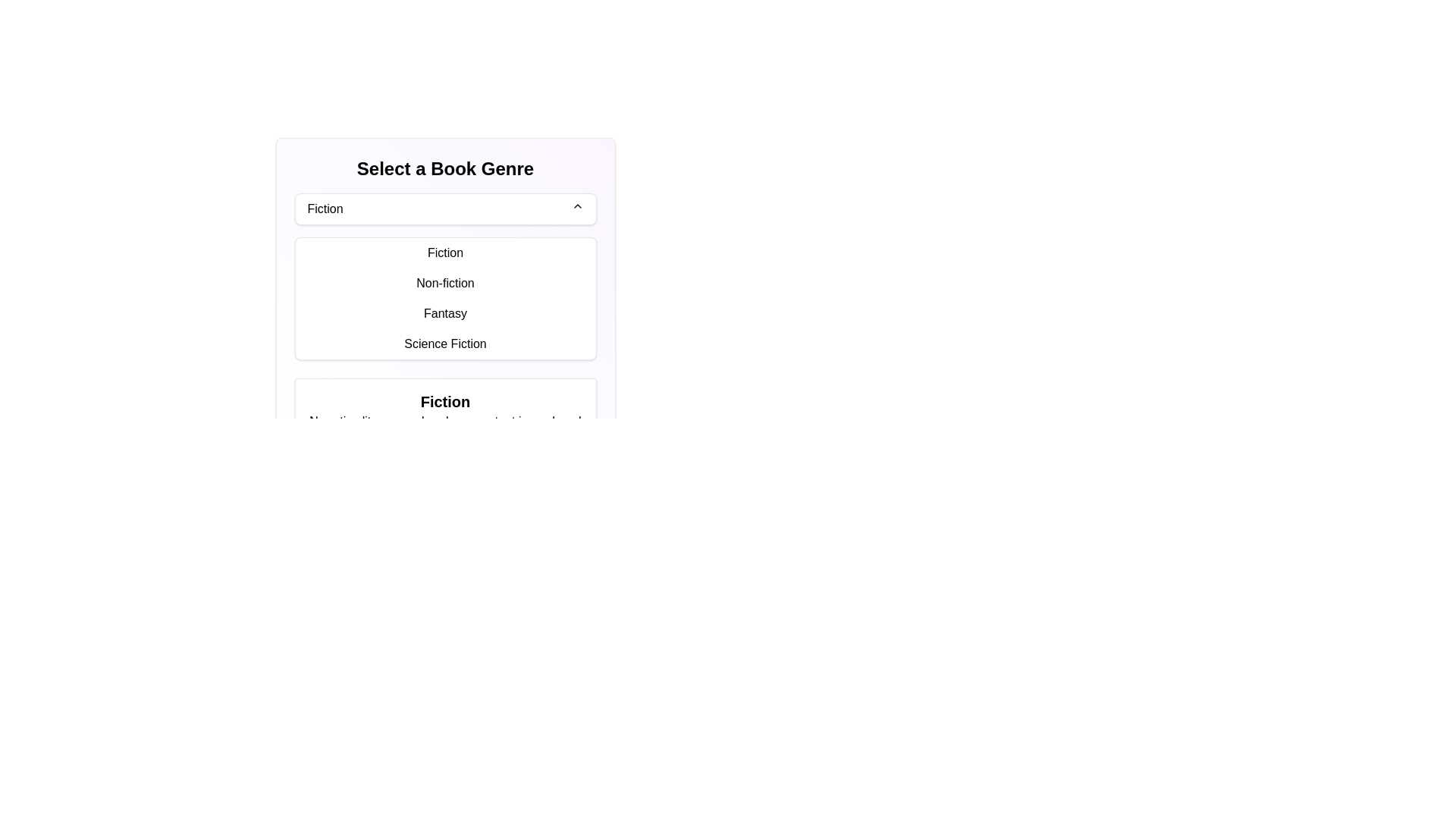 The image size is (1456, 819). Describe the element at coordinates (325, 209) in the screenshot. I see `the Text Display that shows the currently selected book genre in the 'Select a Book Genre' dropdown menu` at that location.